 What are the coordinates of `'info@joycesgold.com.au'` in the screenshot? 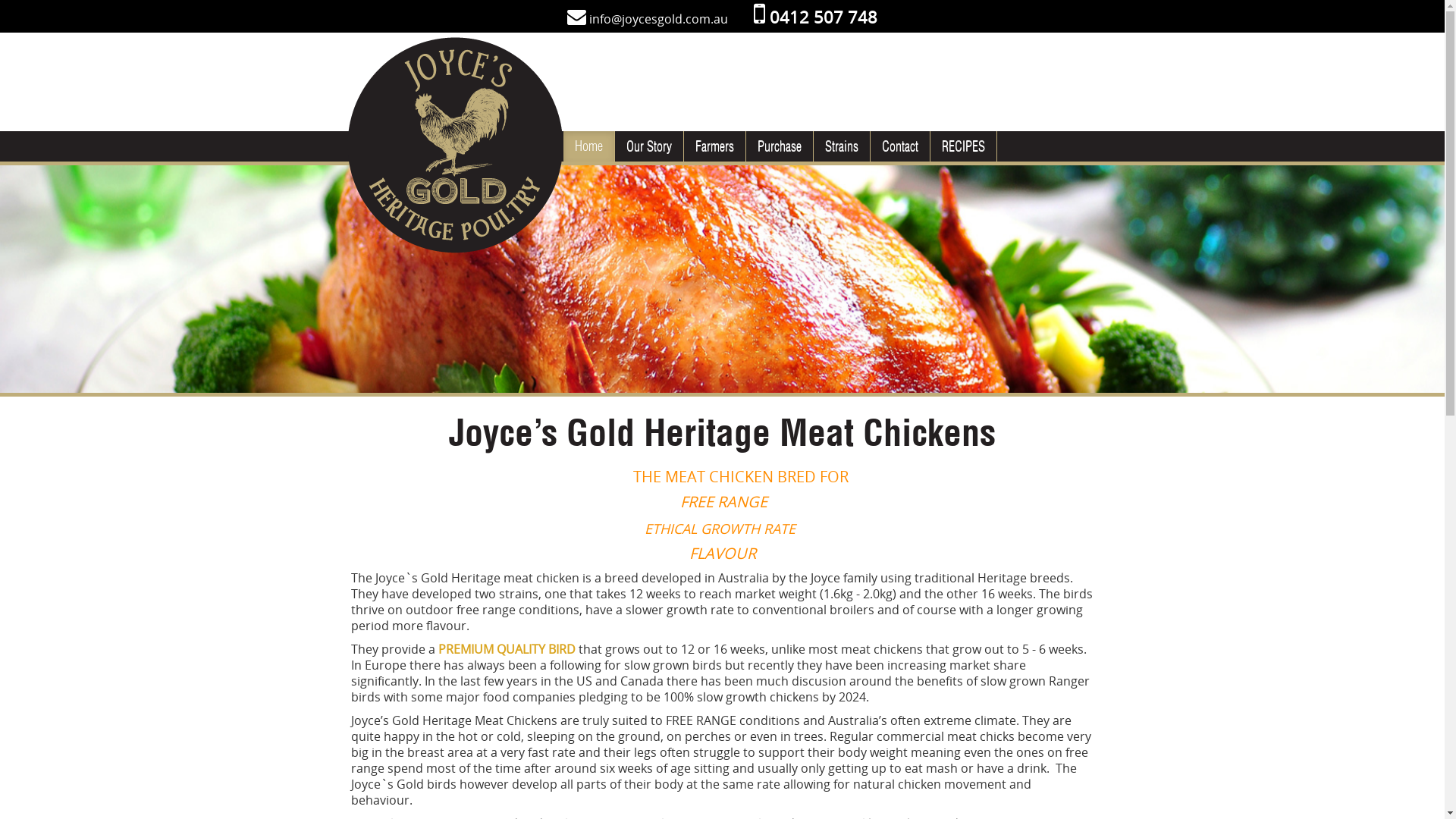 It's located at (658, 18).